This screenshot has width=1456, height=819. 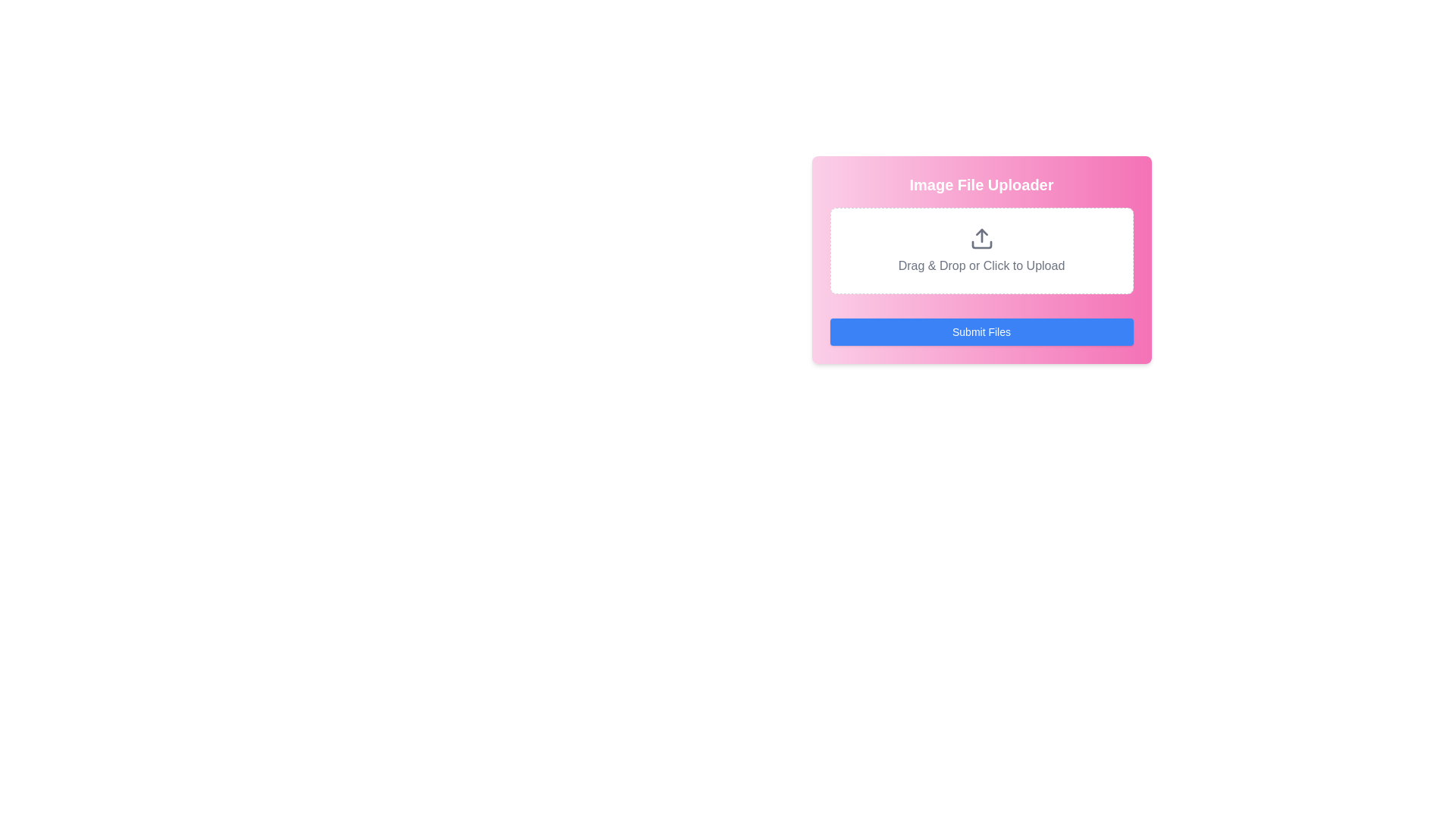 I want to click on the file upload component with a pink gradient background, so click(x=981, y=259).